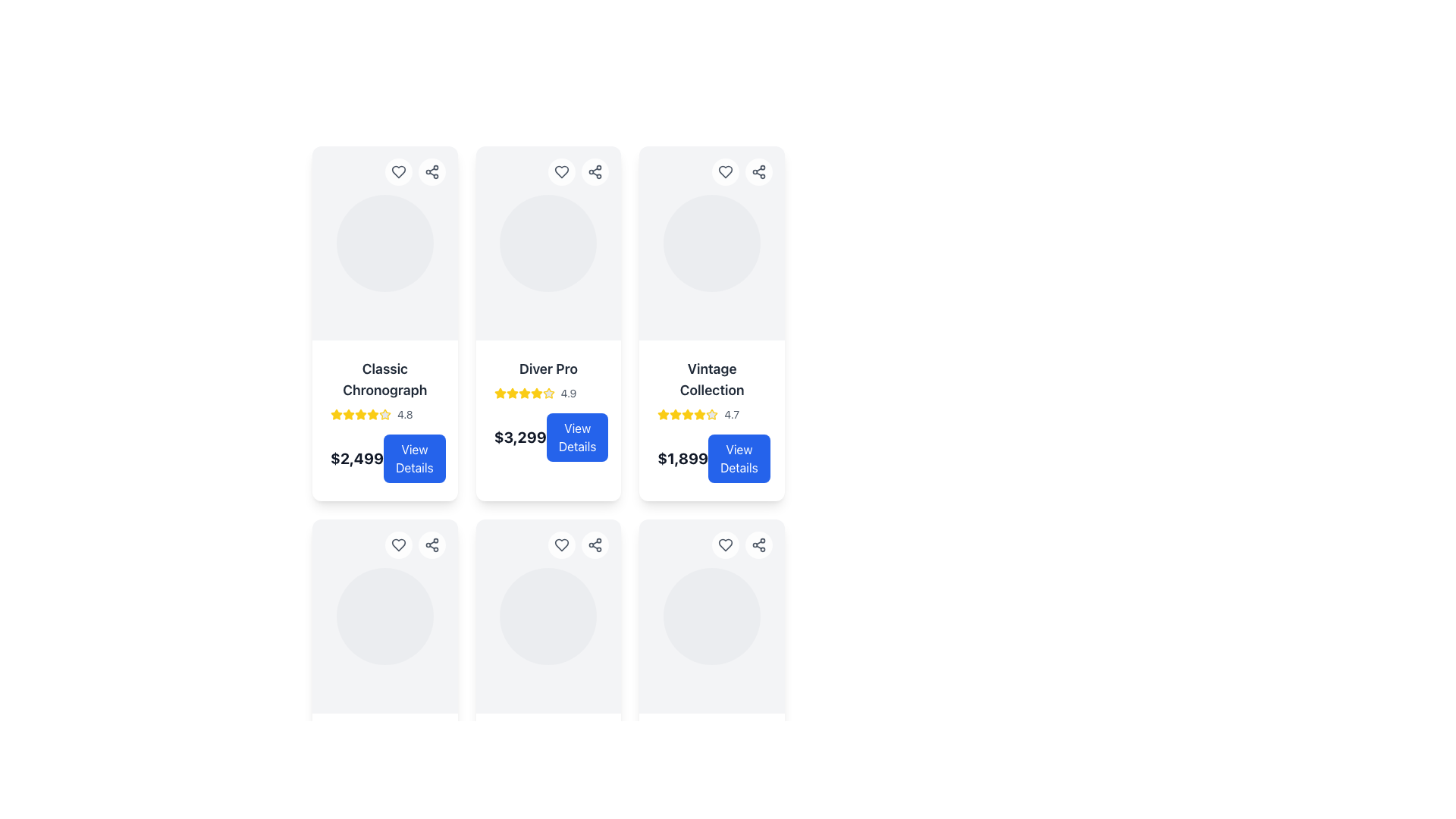 This screenshot has height=819, width=1456. Describe the element at coordinates (724, 544) in the screenshot. I see `the heart icon button in the top-right corner of the card in the second row and third column of the grid layout to mark it as favorite` at that location.